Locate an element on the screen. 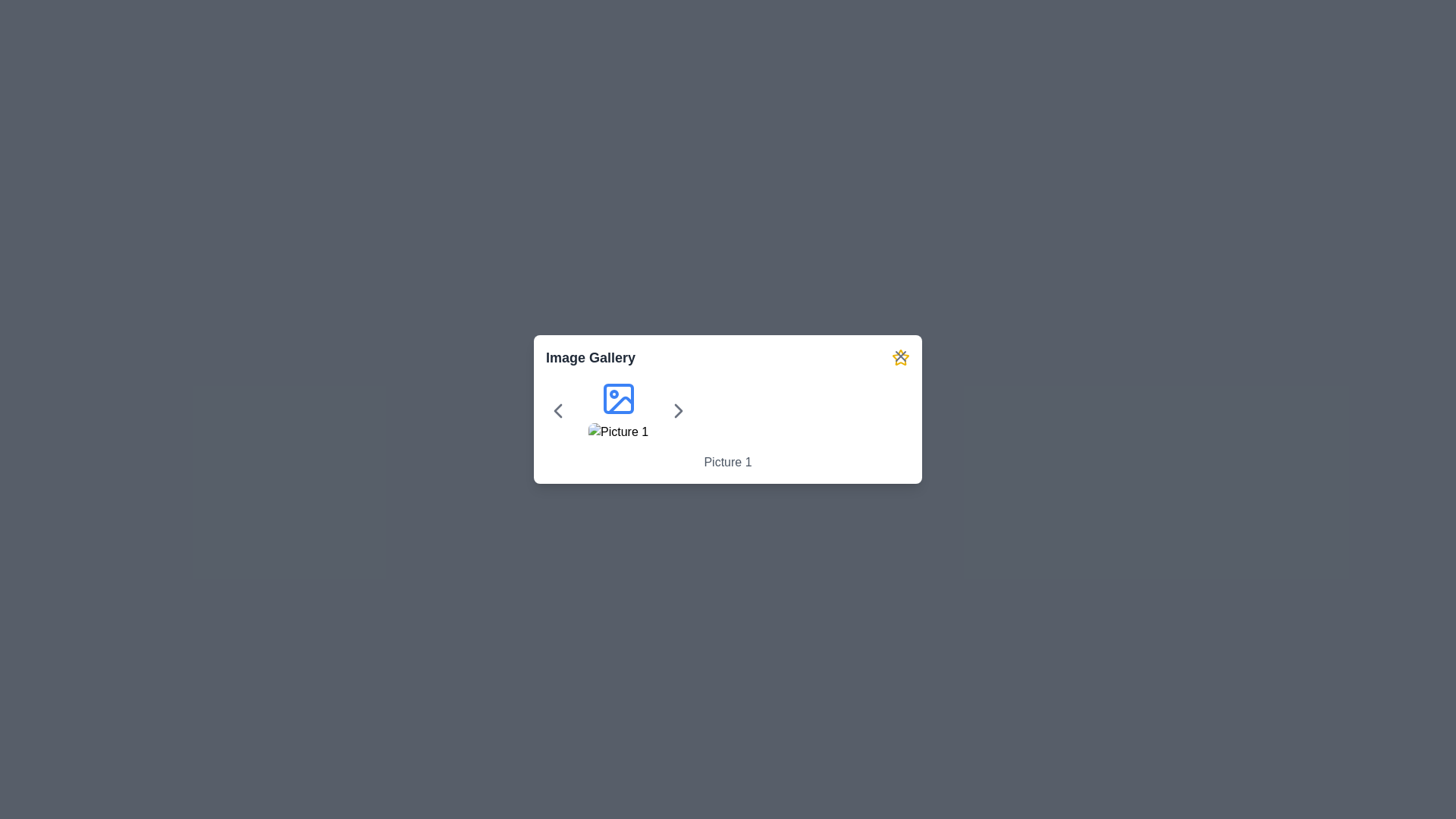  the graphical SVG shape element with rounded corners located in the middle of a gallery interface is located at coordinates (618, 397).